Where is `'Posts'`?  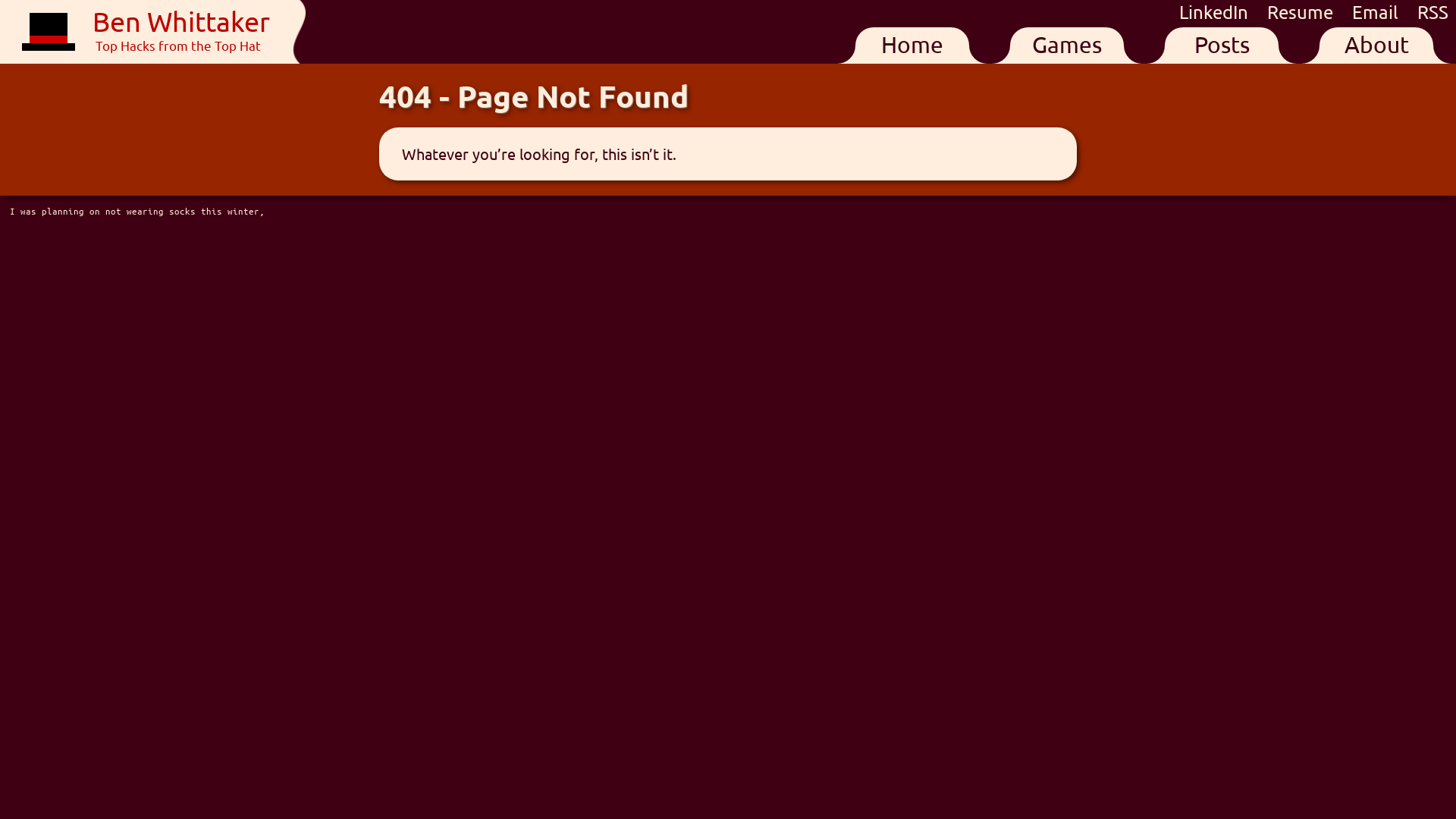
'Posts' is located at coordinates (1222, 45).